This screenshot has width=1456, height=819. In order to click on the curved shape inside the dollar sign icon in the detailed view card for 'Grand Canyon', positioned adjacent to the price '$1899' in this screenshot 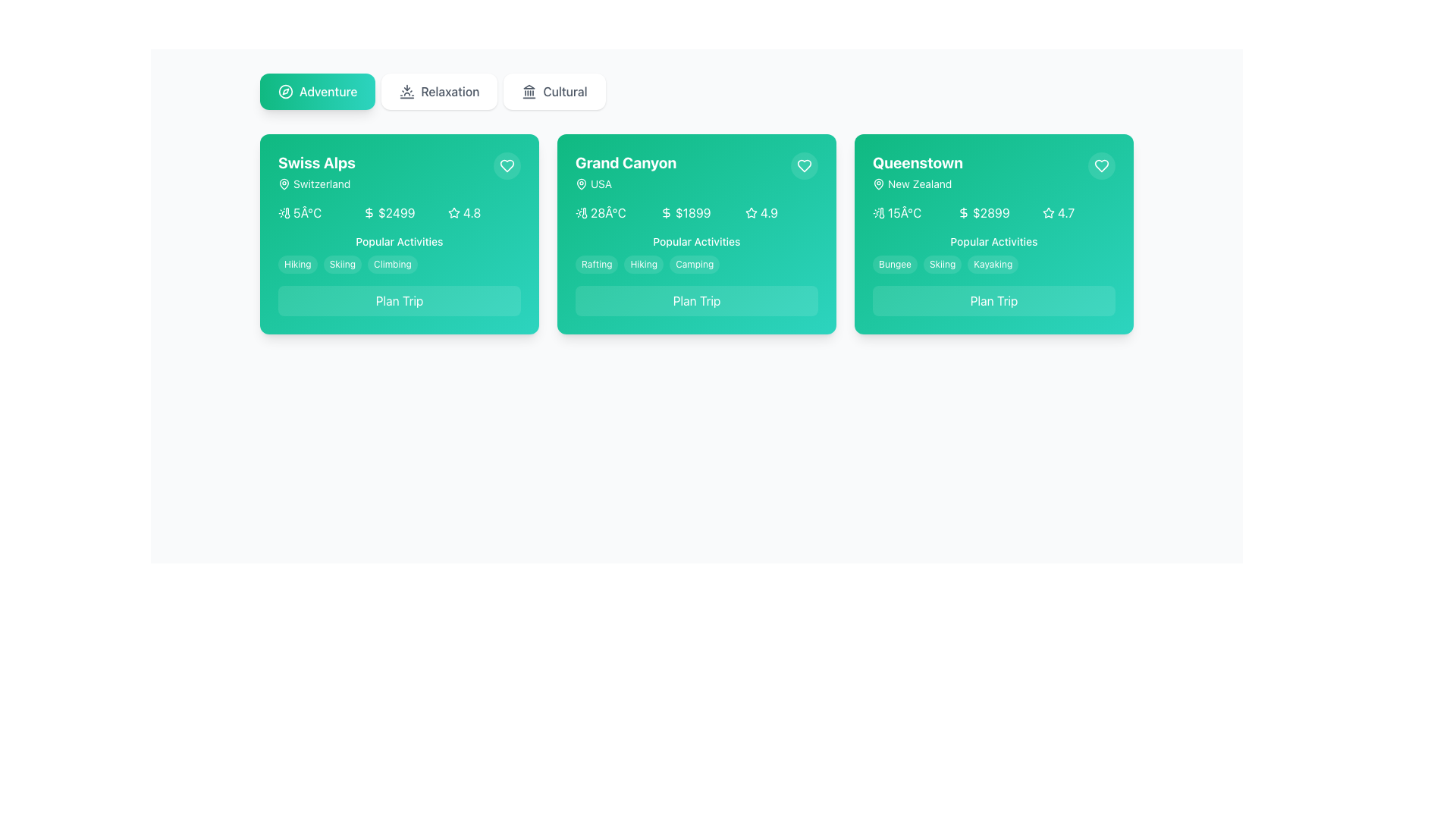, I will do `click(666, 213)`.